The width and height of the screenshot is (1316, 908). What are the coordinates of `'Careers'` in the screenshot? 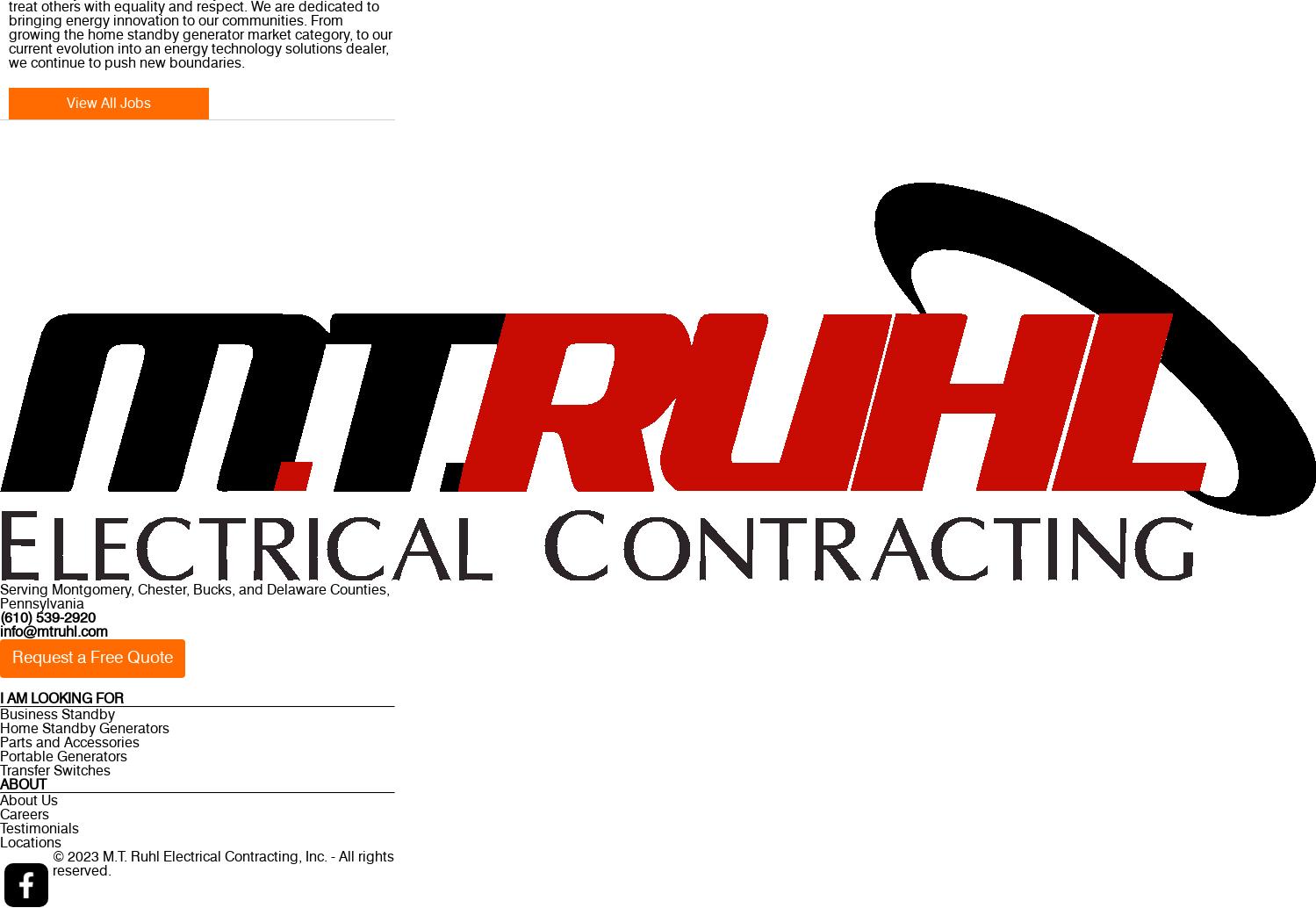 It's located at (25, 814).